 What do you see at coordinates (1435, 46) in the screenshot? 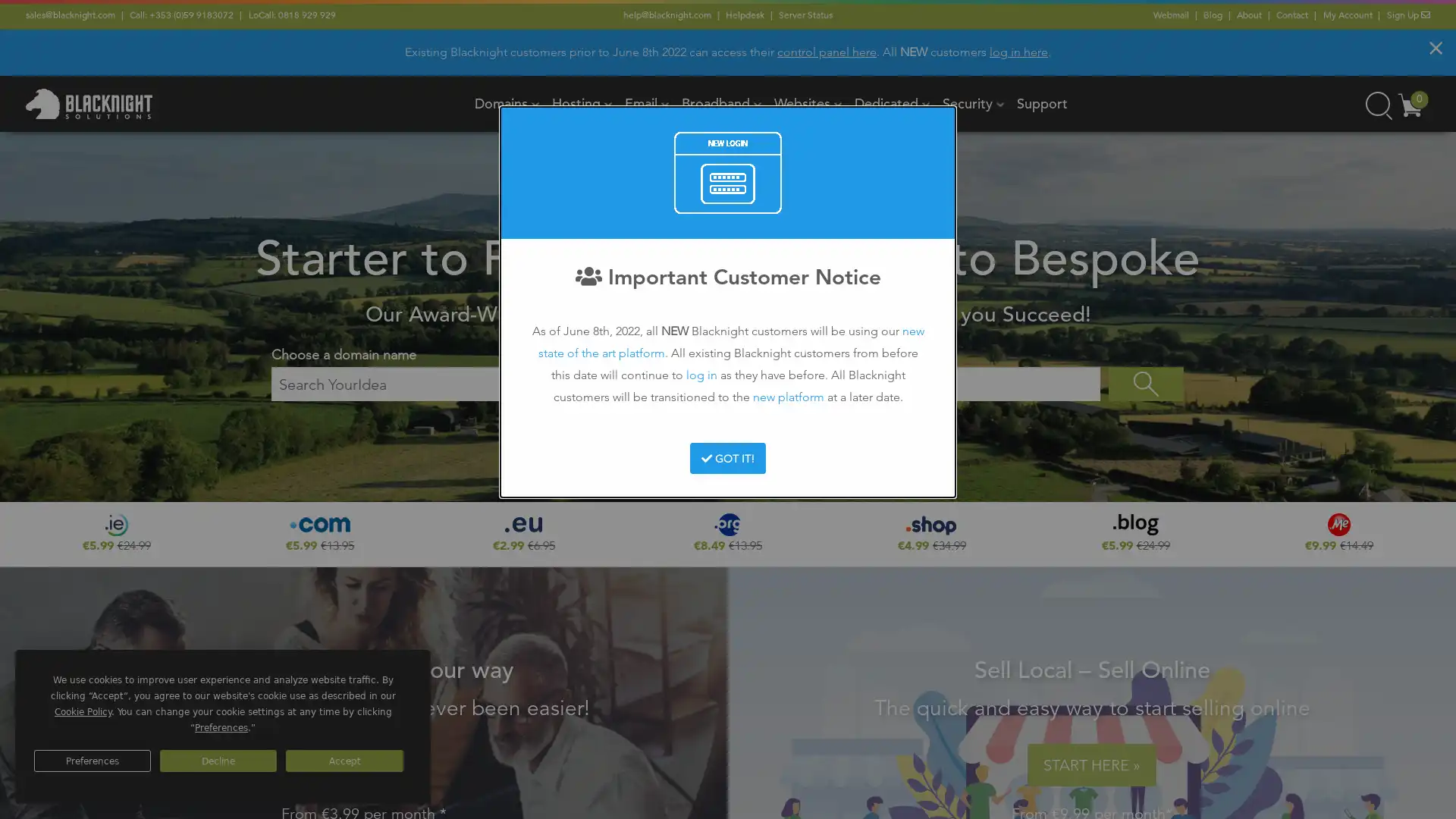
I see `Dismiss alert` at bounding box center [1435, 46].